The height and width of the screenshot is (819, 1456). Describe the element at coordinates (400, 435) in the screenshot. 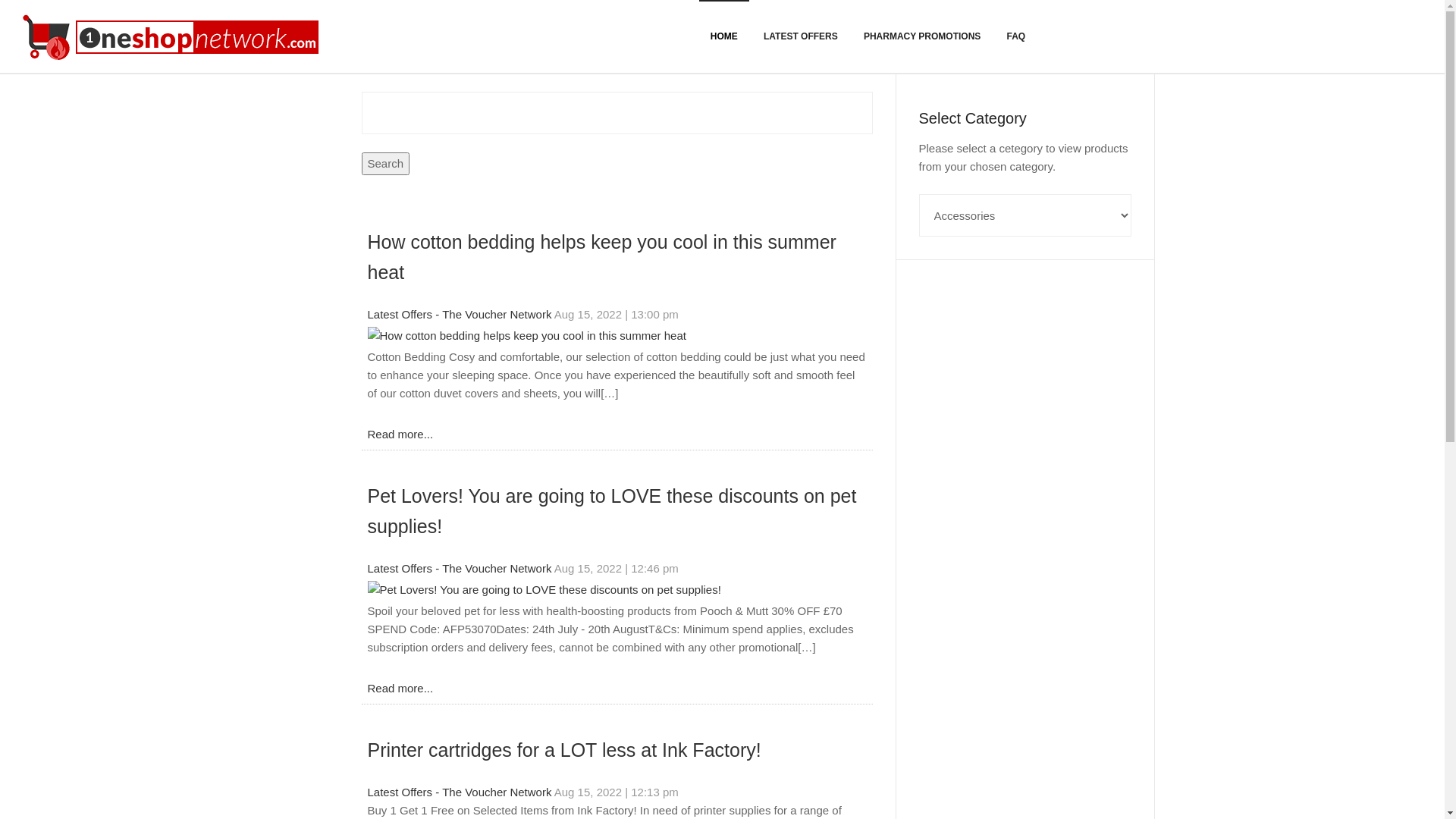

I see `'Read more...'` at that location.